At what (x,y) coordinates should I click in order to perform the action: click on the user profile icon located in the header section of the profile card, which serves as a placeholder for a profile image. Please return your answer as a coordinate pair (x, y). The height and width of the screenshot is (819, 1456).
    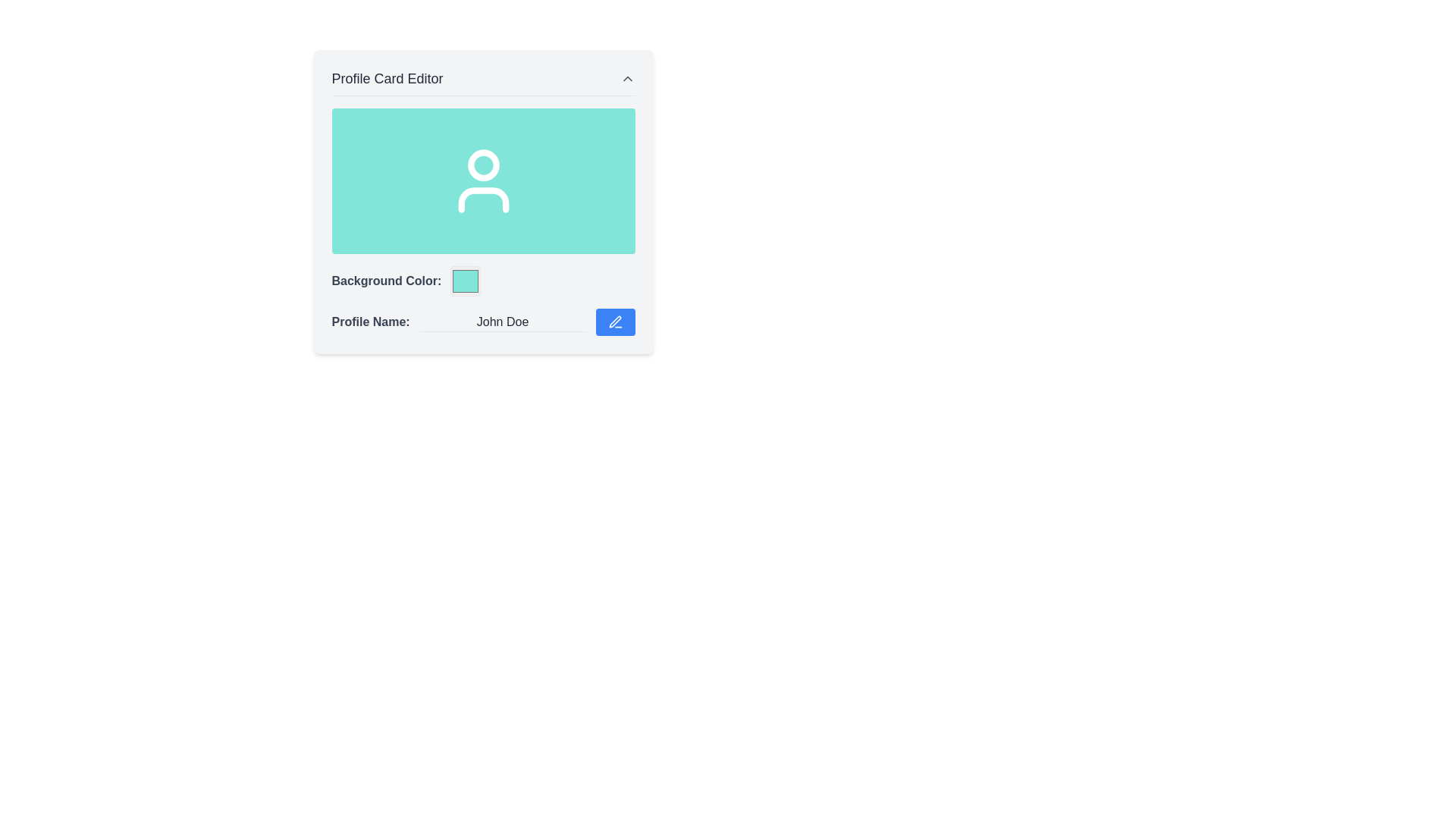
    Looking at the image, I should click on (482, 180).